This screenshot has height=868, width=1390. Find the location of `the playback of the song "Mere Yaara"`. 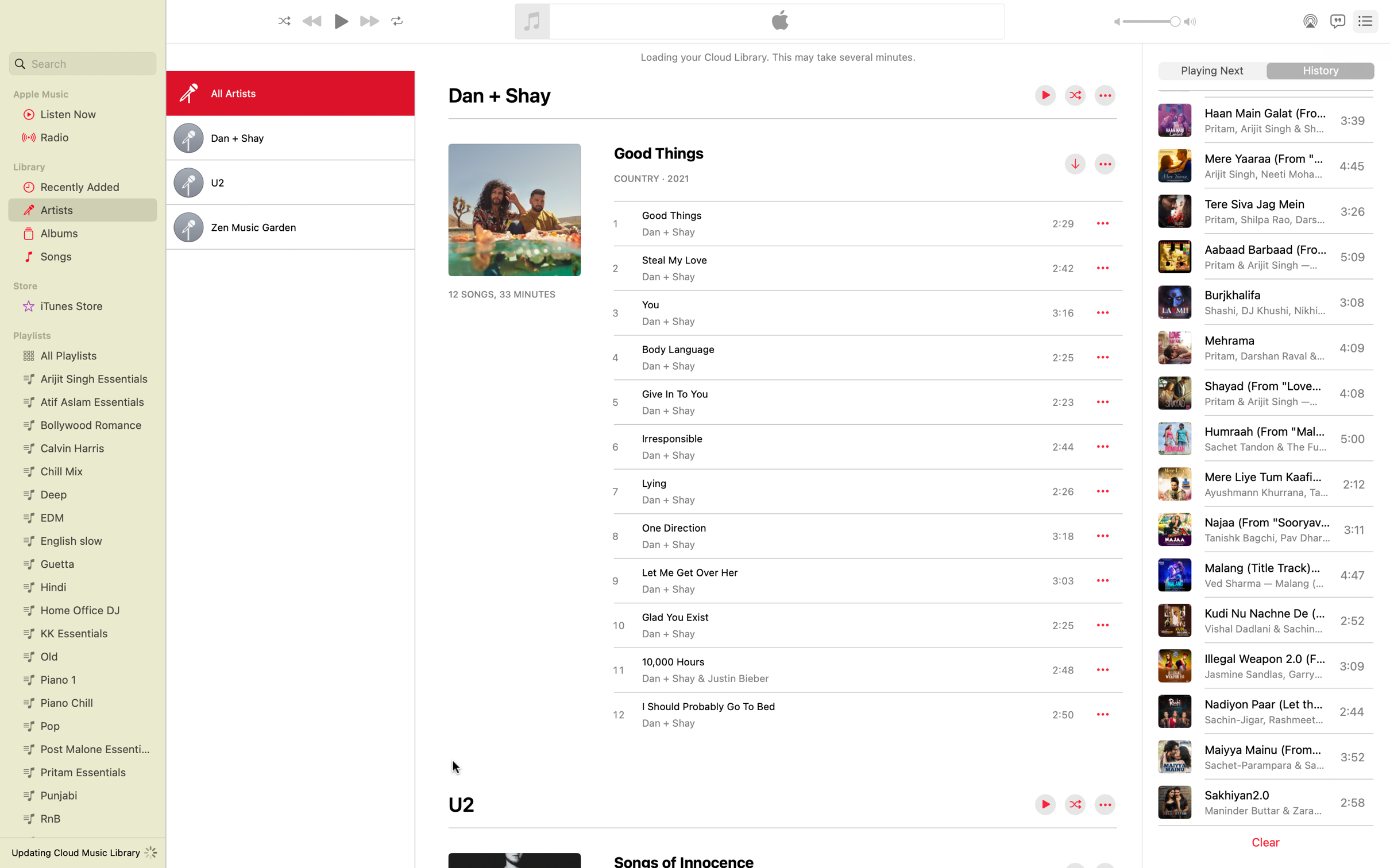

the playback of the song "Mere Yaara" is located at coordinates (1267, 165).